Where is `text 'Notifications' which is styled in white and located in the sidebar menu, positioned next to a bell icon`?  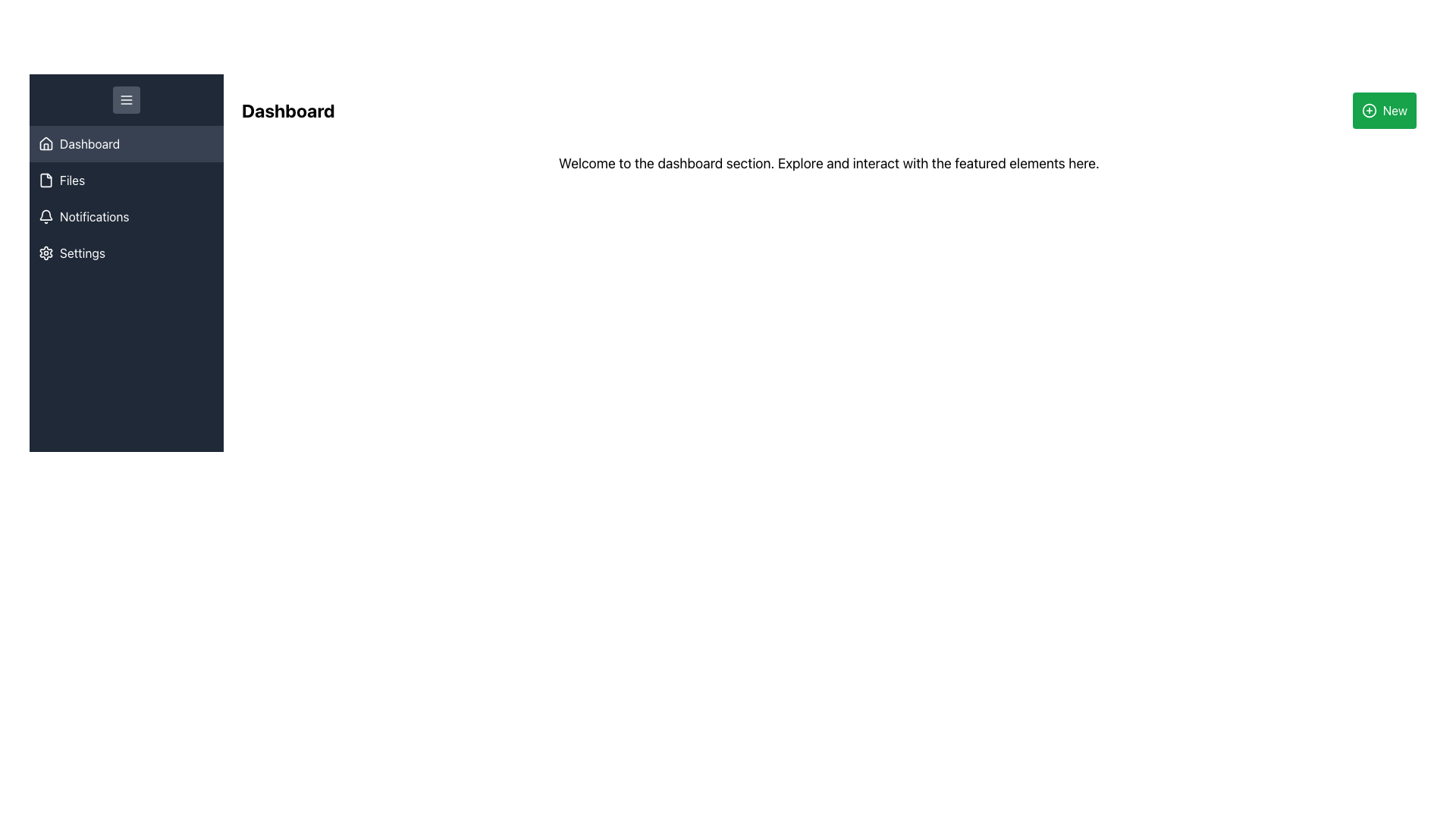 text 'Notifications' which is styled in white and located in the sidebar menu, positioned next to a bell icon is located at coordinates (93, 216).